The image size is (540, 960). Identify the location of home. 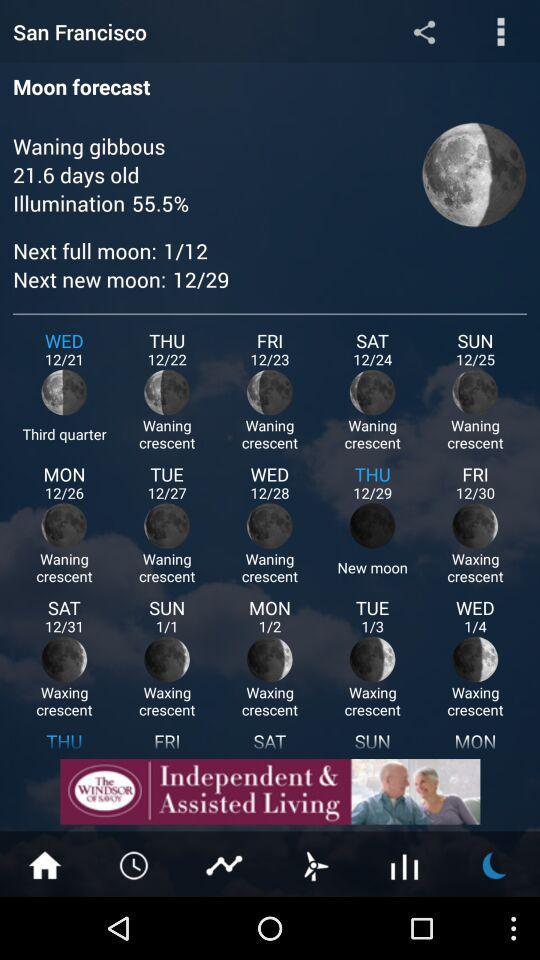
(44, 863).